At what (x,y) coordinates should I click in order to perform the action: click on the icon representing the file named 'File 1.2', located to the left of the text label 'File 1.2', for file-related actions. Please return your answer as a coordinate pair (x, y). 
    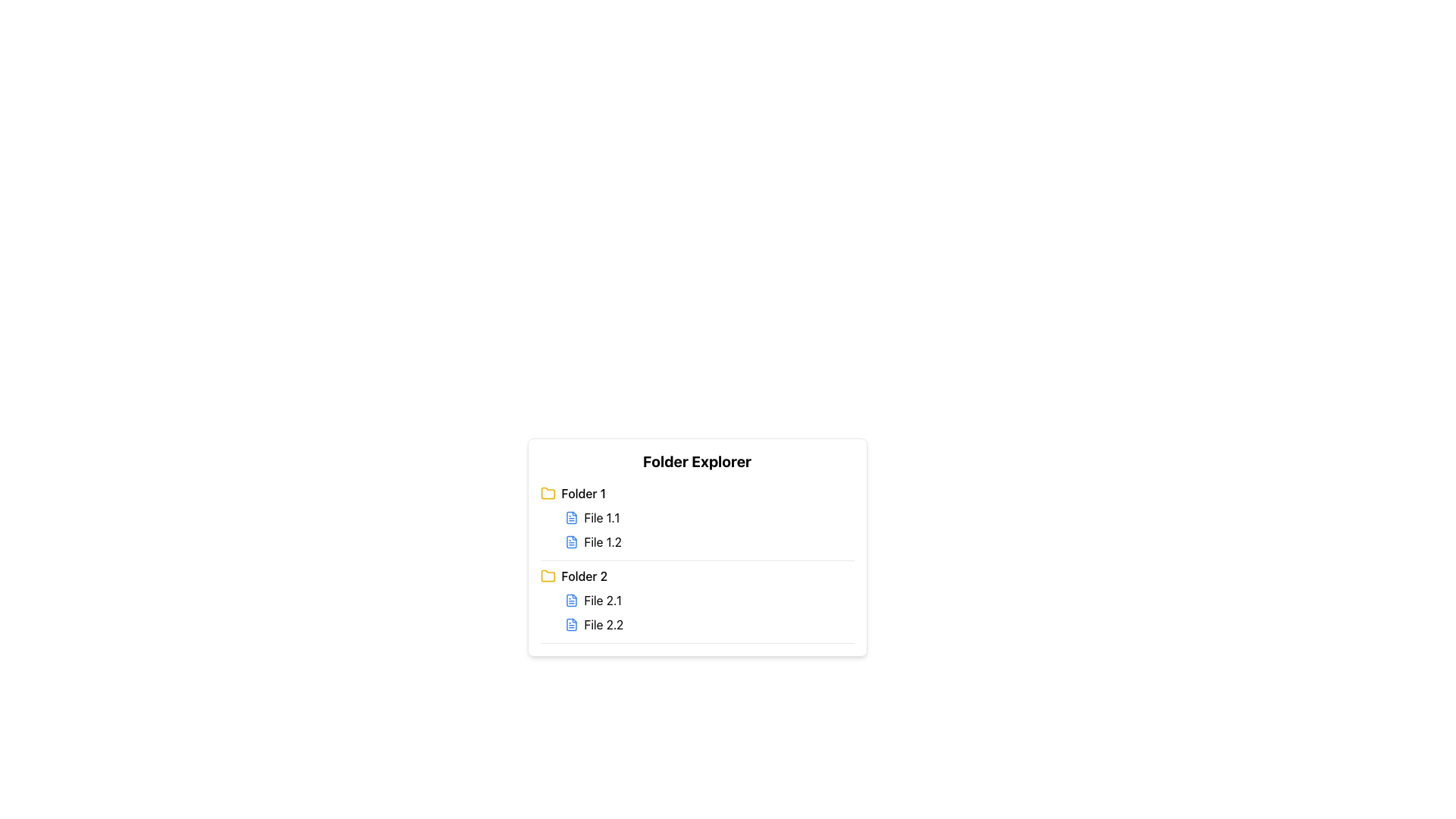
    Looking at the image, I should click on (570, 541).